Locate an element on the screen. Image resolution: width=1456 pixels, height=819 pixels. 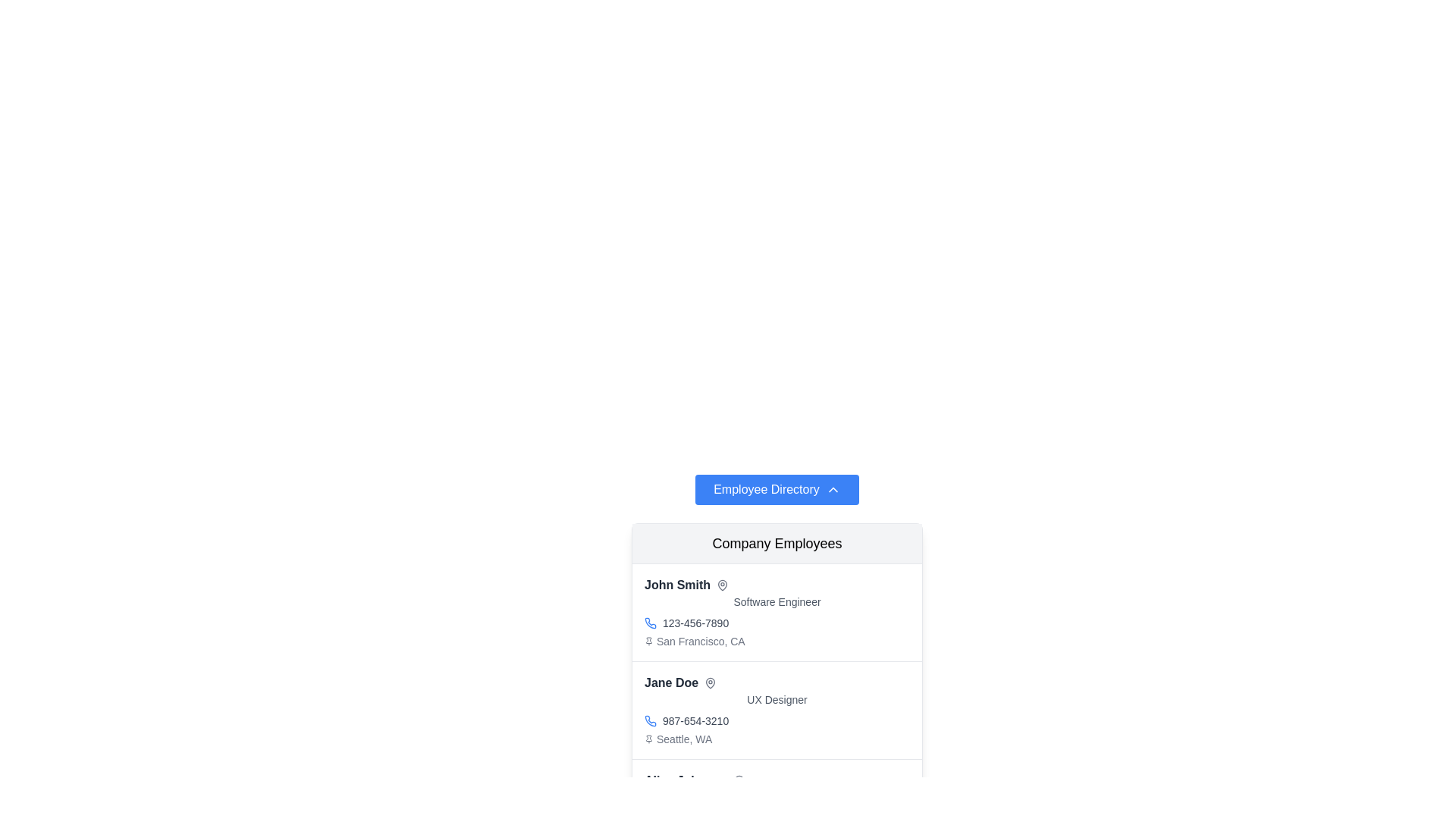
the blue phone icon located next to the phone number under the first employee's details in the 'Company Employees' section is located at coordinates (651, 623).